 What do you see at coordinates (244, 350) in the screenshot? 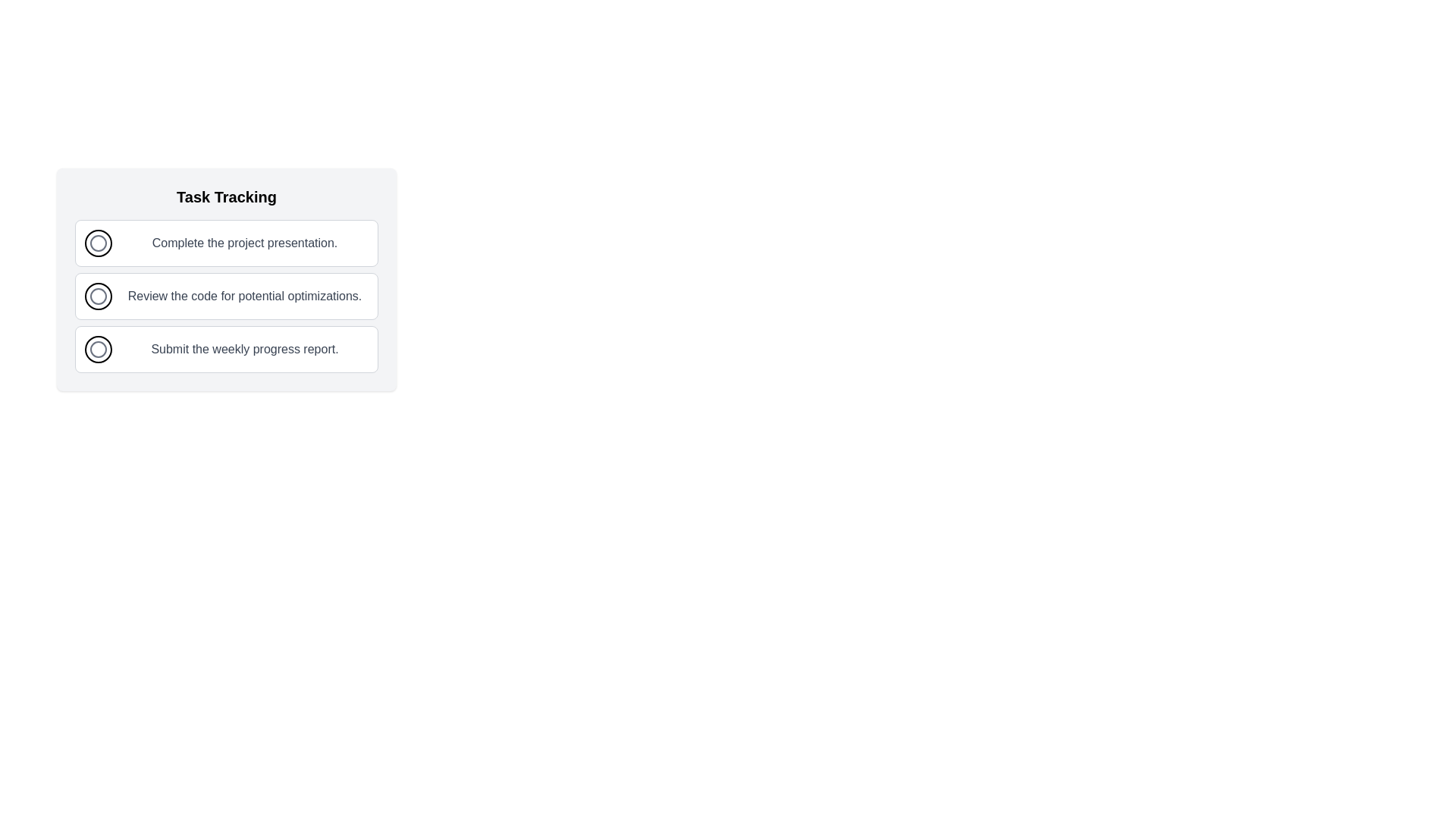
I see `text label for the third task in the vertical list, which is positioned in a white rectangular section with a checkbox icon to the left` at bounding box center [244, 350].